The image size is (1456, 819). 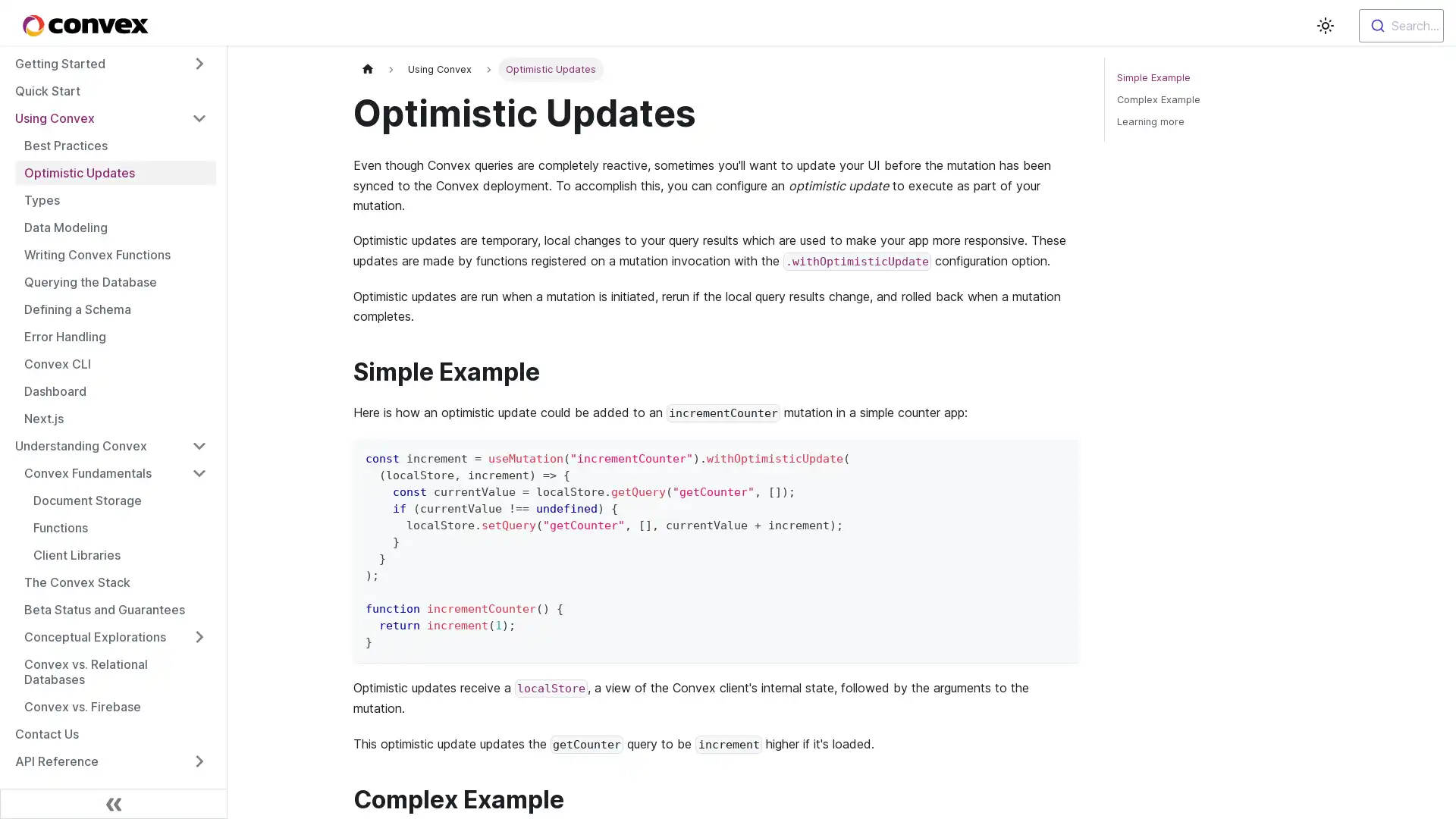 What do you see at coordinates (1401, 26) in the screenshot?
I see `Search...` at bounding box center [1401, 26].